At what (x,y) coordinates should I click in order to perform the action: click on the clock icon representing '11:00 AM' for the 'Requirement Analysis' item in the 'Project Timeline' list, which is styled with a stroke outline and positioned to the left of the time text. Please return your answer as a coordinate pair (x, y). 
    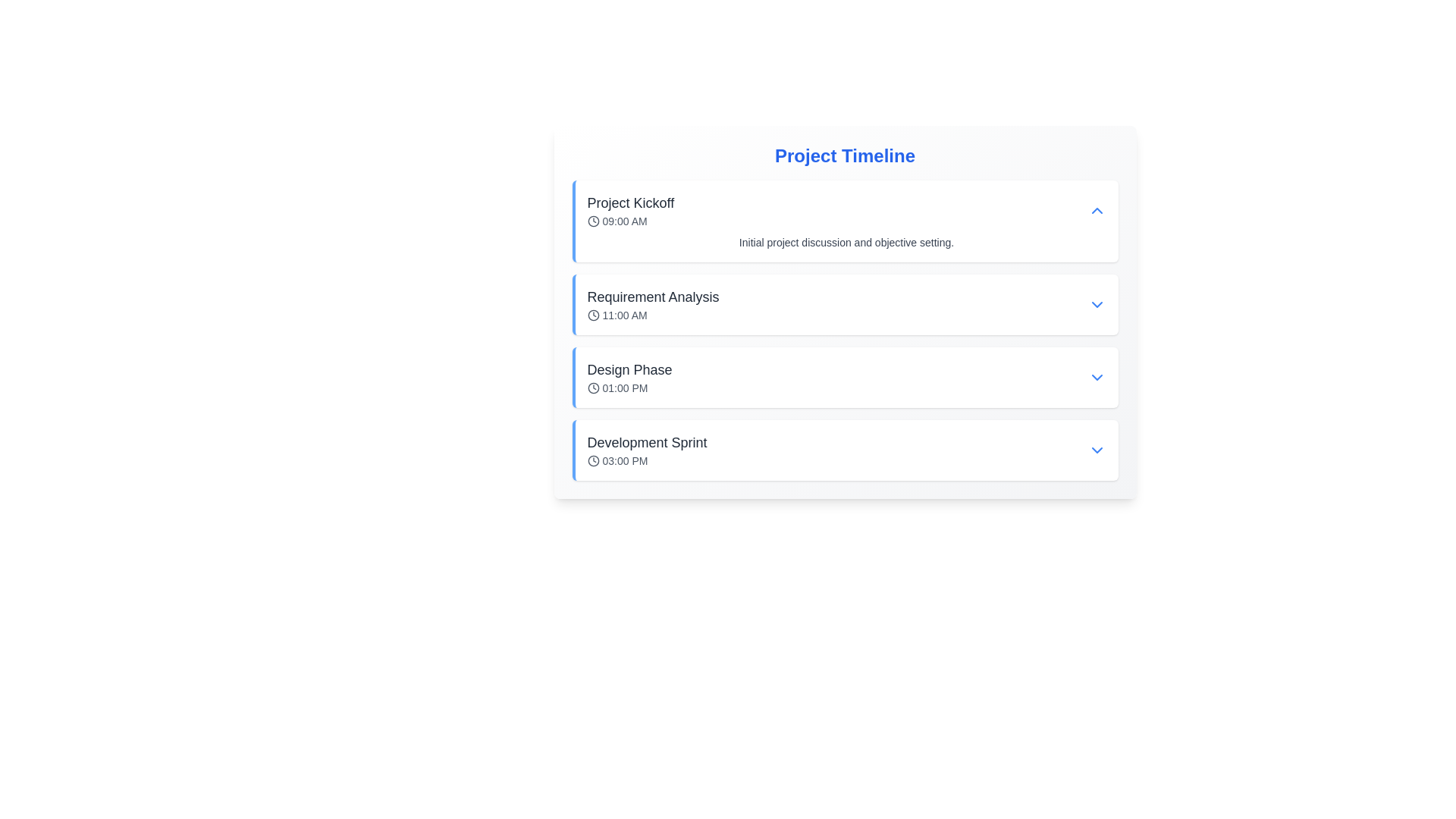
    Looking at the image, I should click on (592, 315).